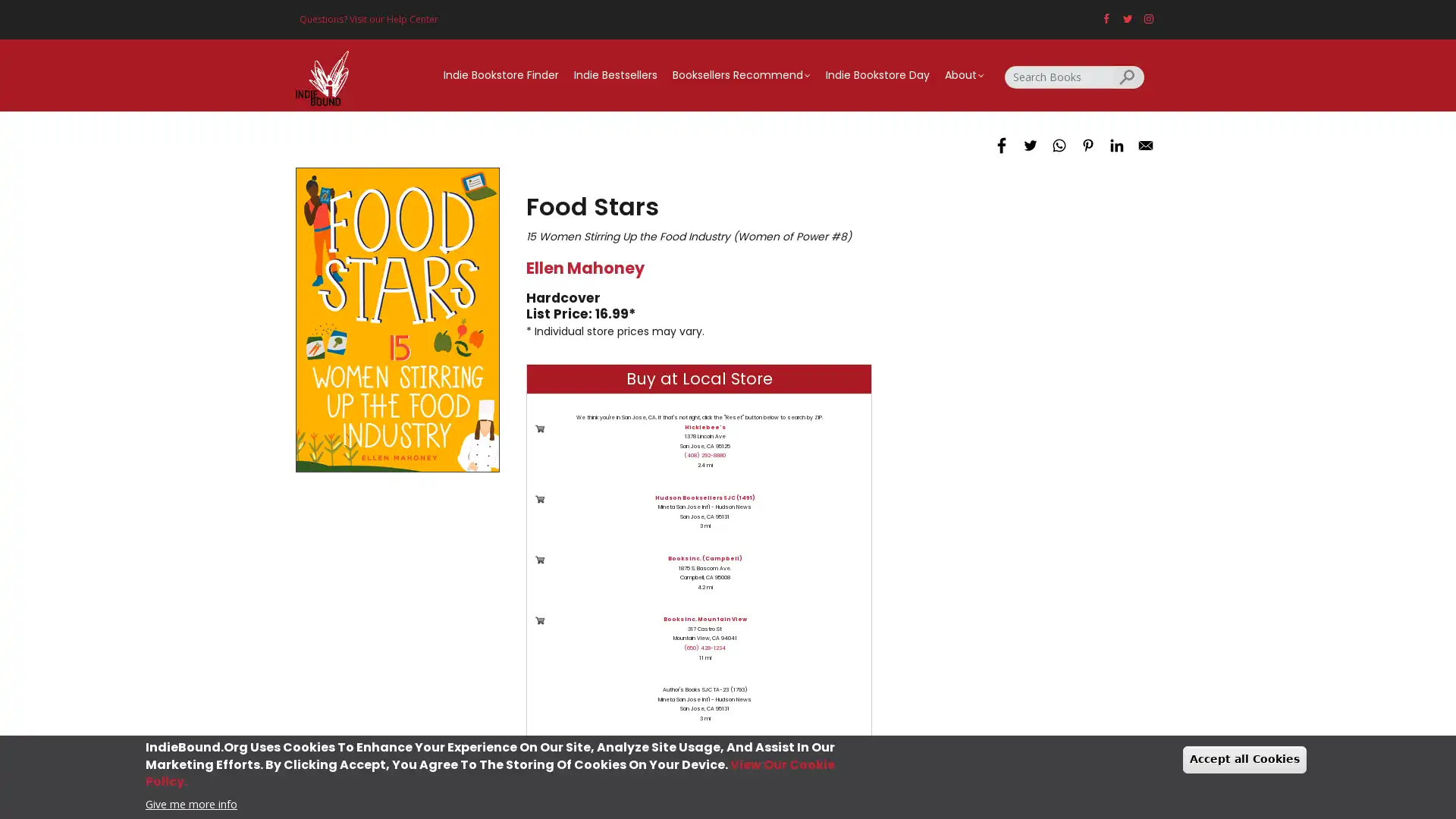  I want to click on Accept all Cookies, so click(1244, 759).